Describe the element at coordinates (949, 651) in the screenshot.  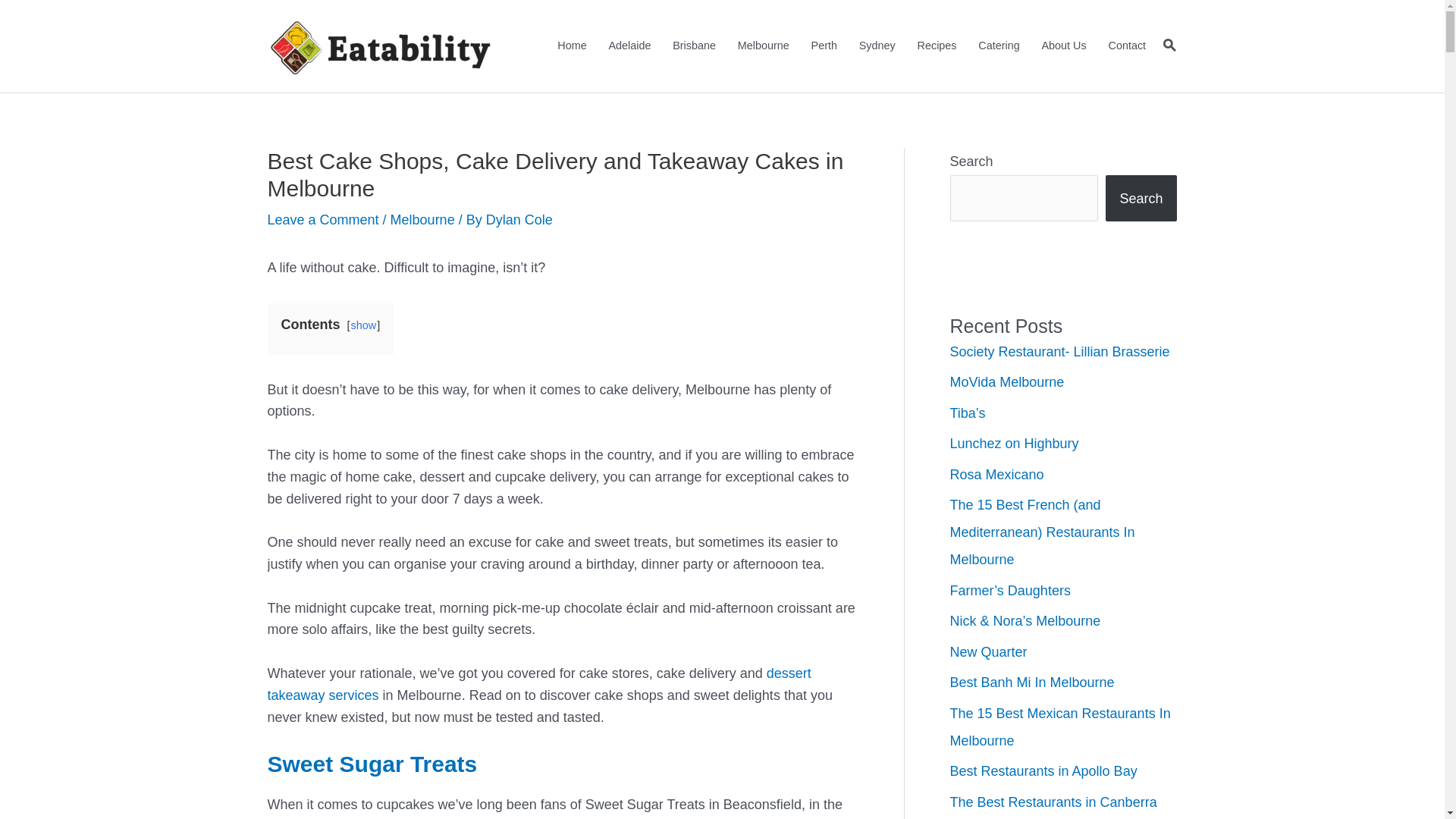
I see `'New Quarter'` at that location.